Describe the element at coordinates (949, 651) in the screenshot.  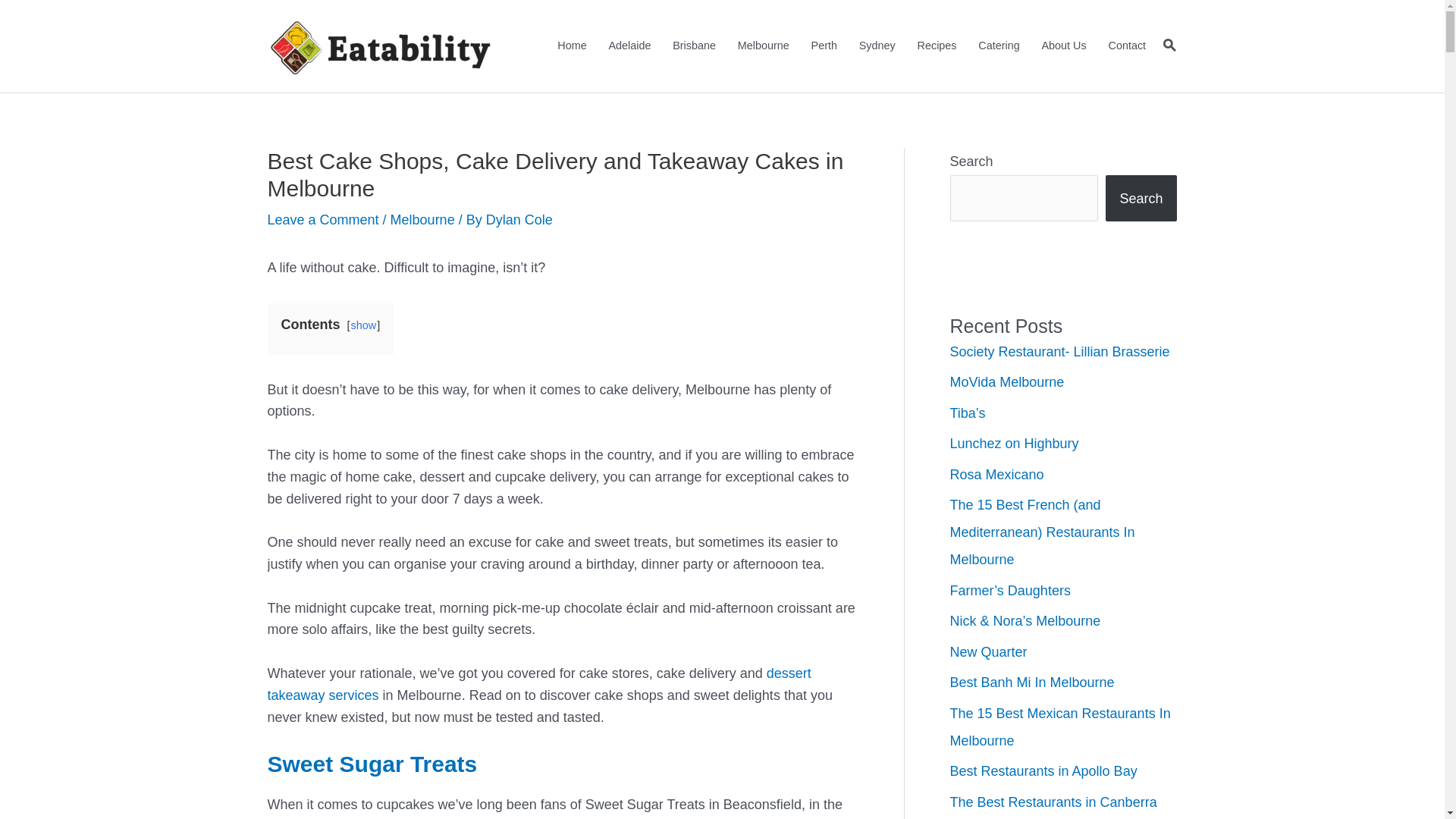
I see `'New Quarter'` at that location.